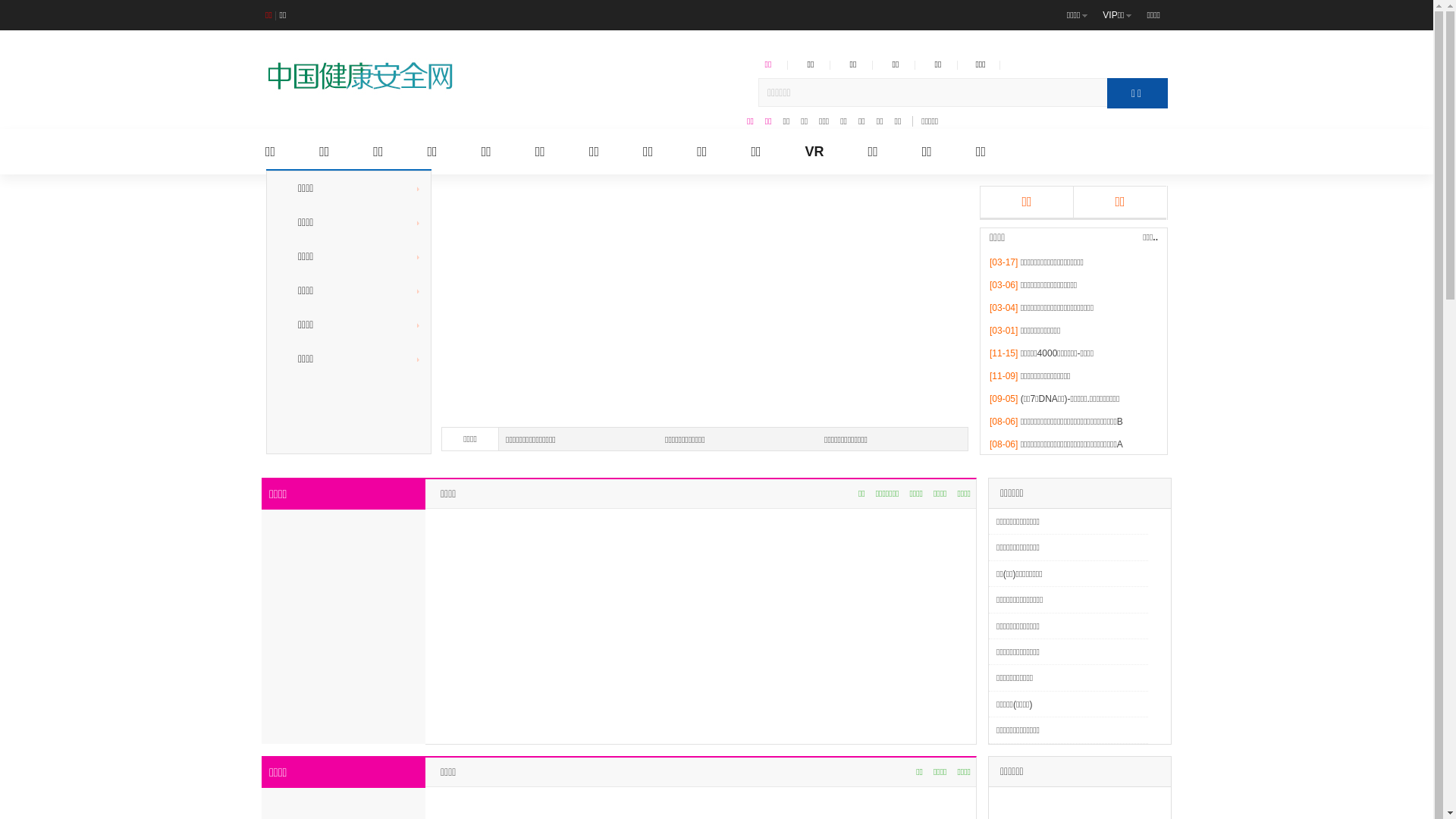 The width and height of the screenshot is (1456, 819). I want to click on '[09-05]', so click(990, 397).